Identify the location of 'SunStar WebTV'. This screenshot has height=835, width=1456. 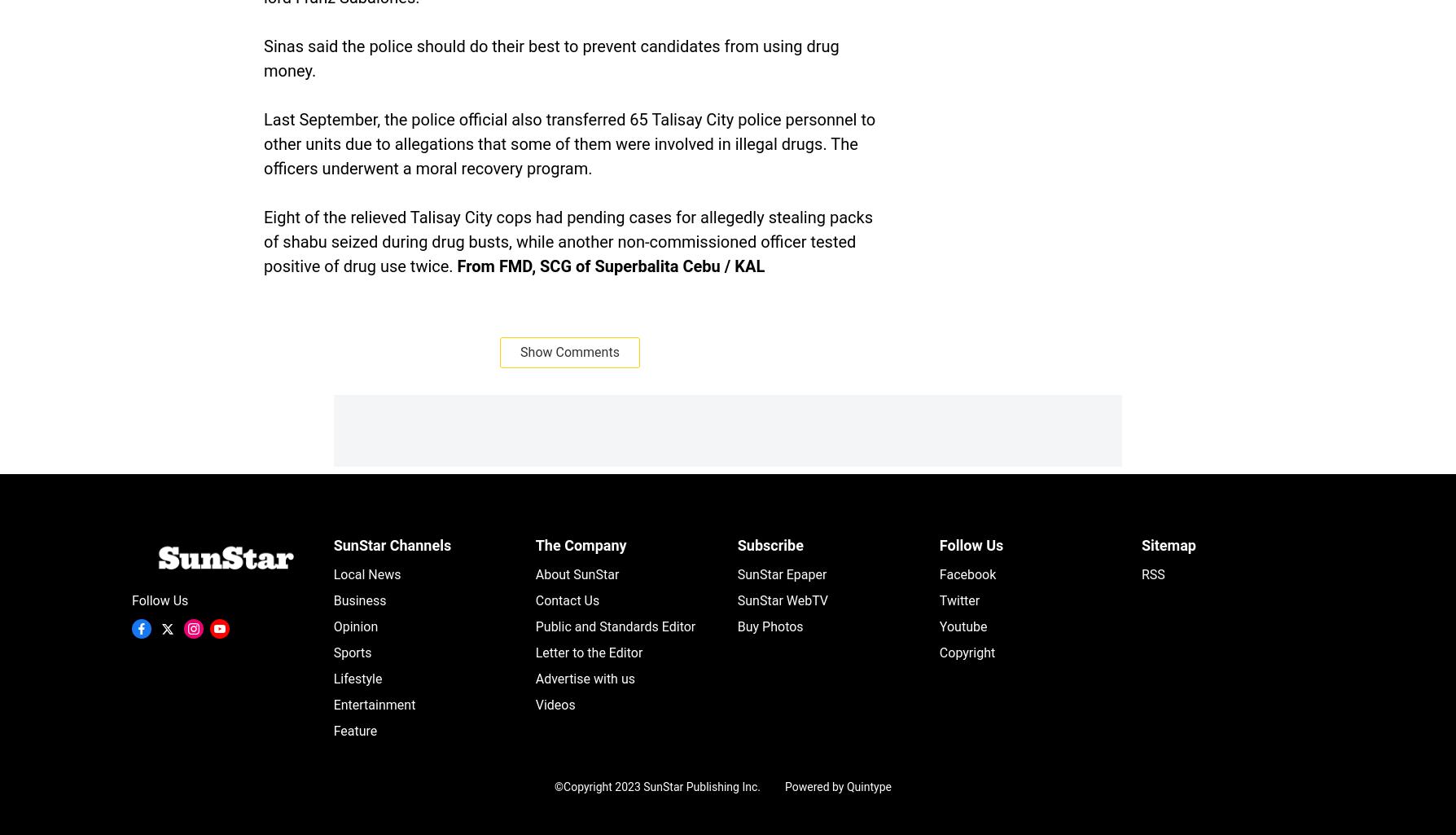
(737, 600).